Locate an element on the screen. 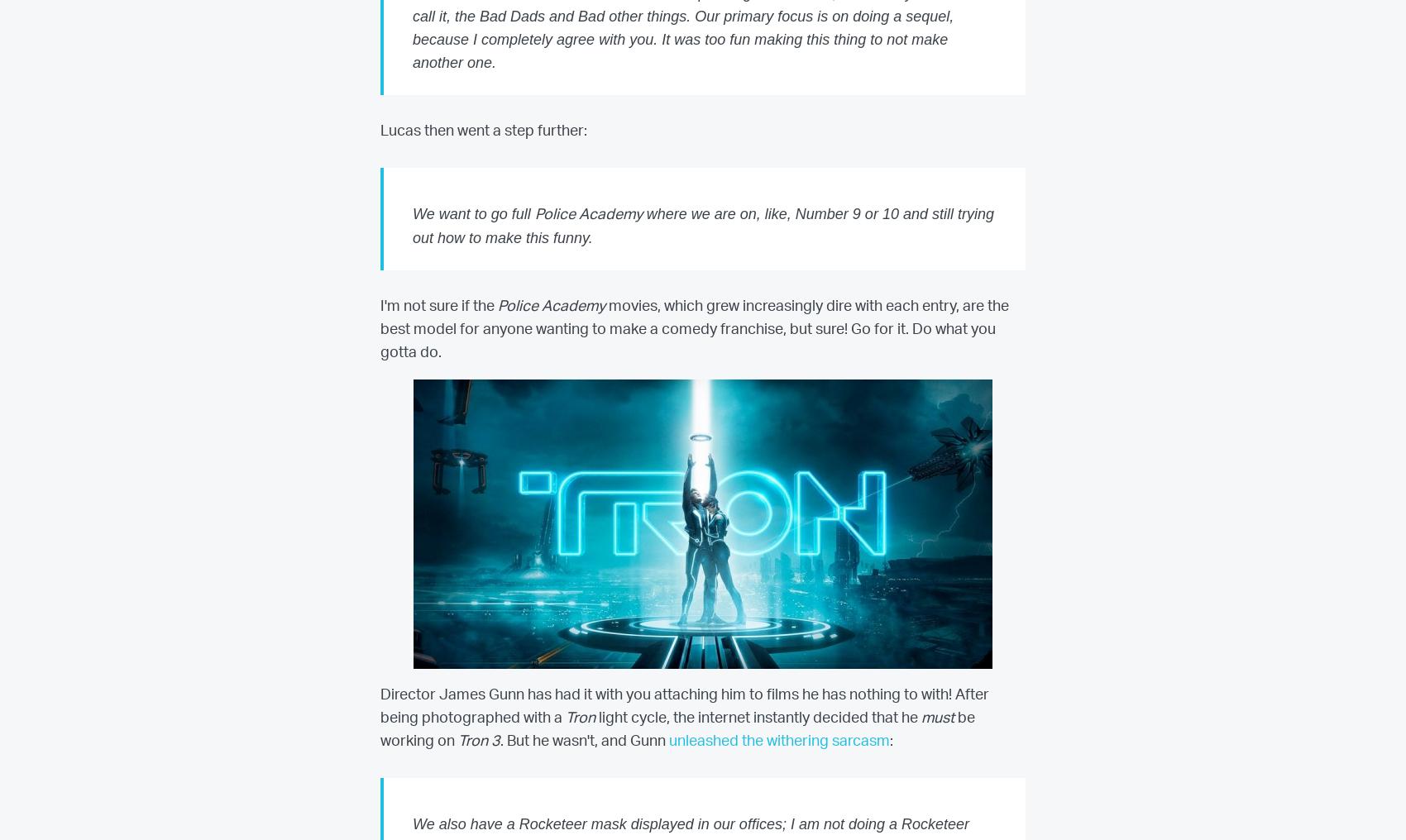  'be working on' is located at coordinates (677, 730).